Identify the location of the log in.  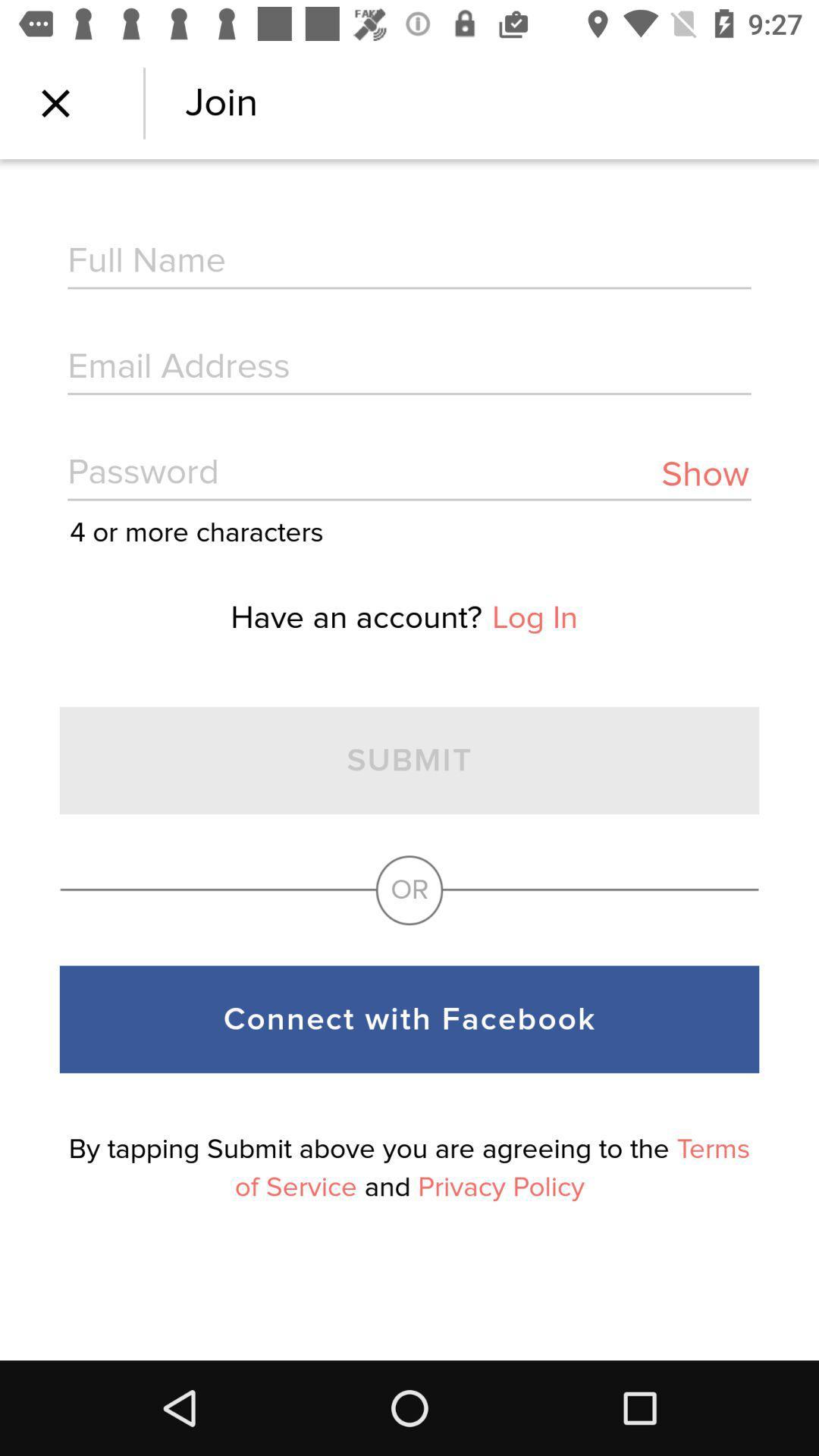
(534, 618).